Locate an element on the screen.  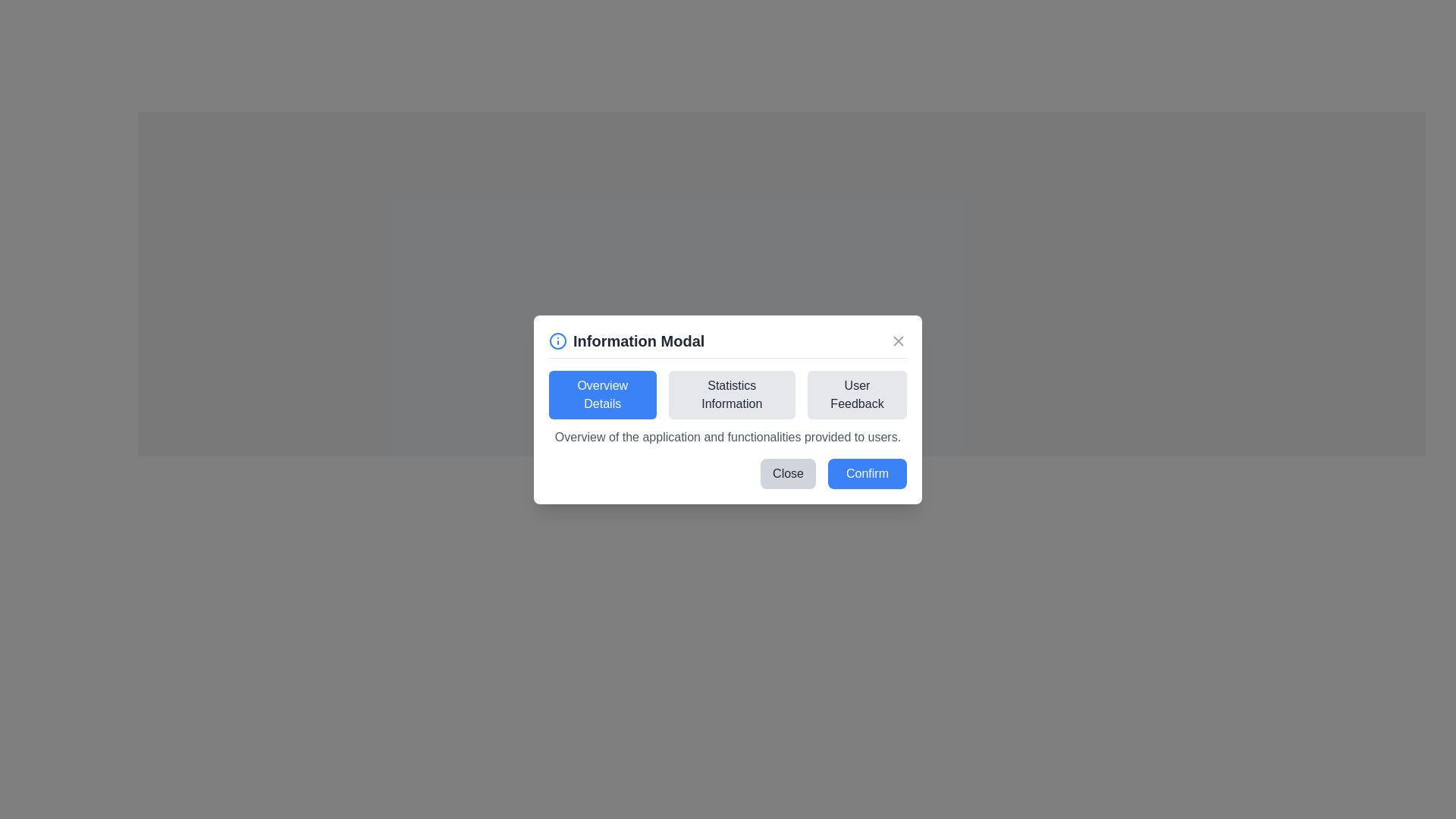
the static text element that provides an overview of the application functionalities, located beneath the navigational buttons in the modal window is located at coordinates (728, 406).